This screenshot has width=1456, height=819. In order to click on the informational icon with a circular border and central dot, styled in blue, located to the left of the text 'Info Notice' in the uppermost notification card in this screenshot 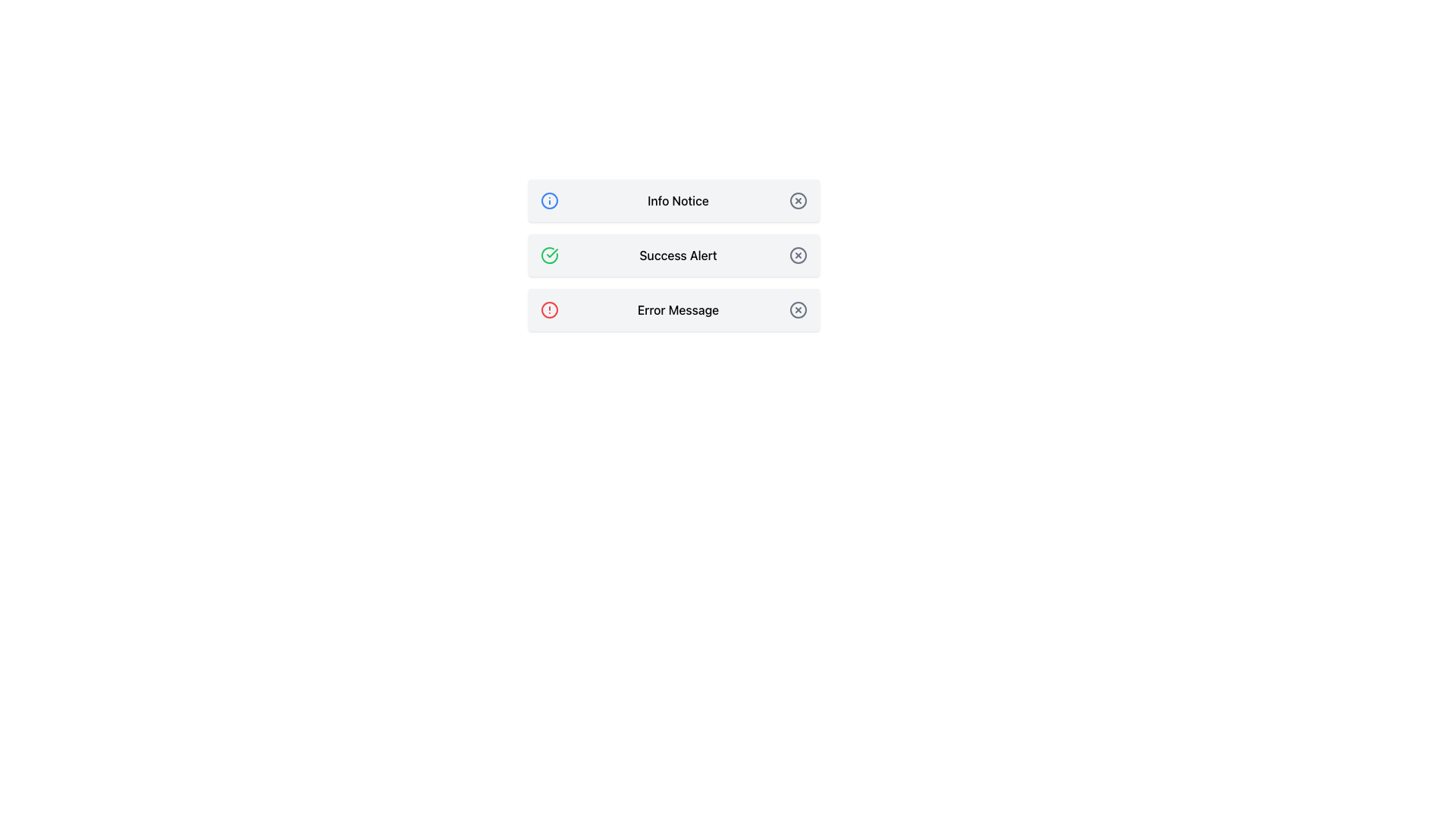, I will do `click(548, 200)`.